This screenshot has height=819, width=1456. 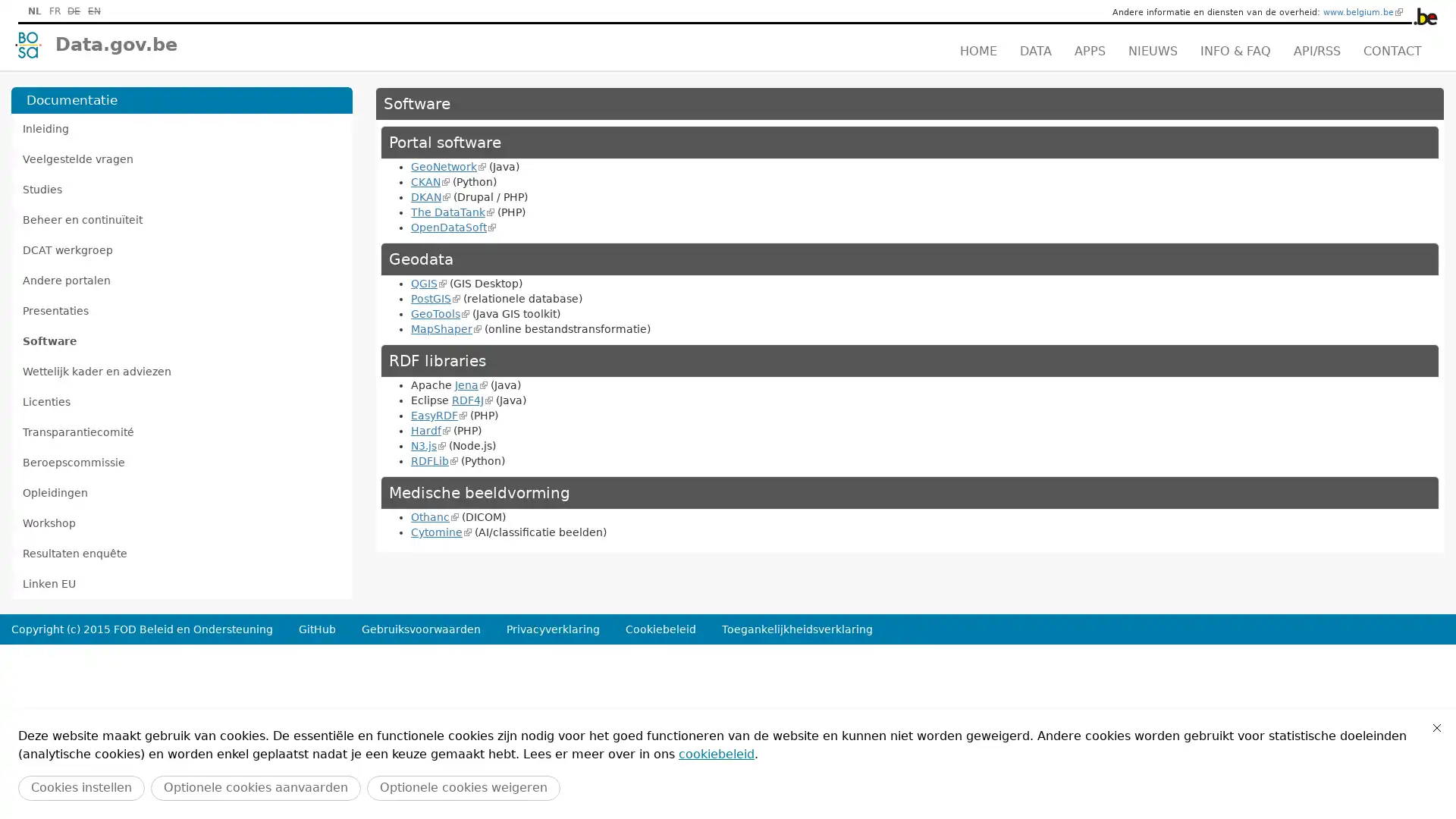 I want to click on Optionele cookies aanvaarden, so click(x=256, y=787).